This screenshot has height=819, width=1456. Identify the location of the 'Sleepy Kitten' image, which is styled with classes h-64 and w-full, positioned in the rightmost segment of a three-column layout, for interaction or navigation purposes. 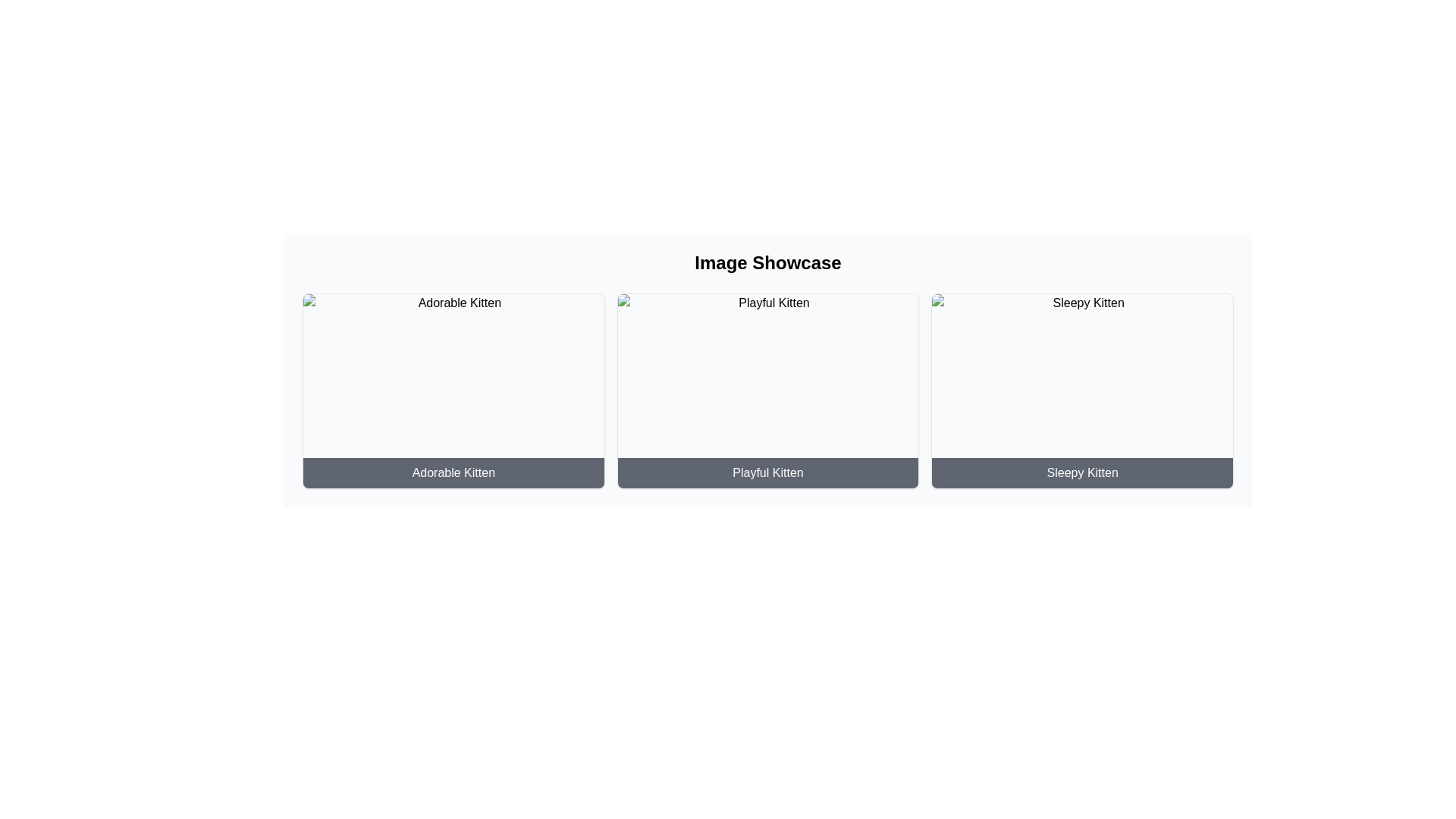
(1081, 391).